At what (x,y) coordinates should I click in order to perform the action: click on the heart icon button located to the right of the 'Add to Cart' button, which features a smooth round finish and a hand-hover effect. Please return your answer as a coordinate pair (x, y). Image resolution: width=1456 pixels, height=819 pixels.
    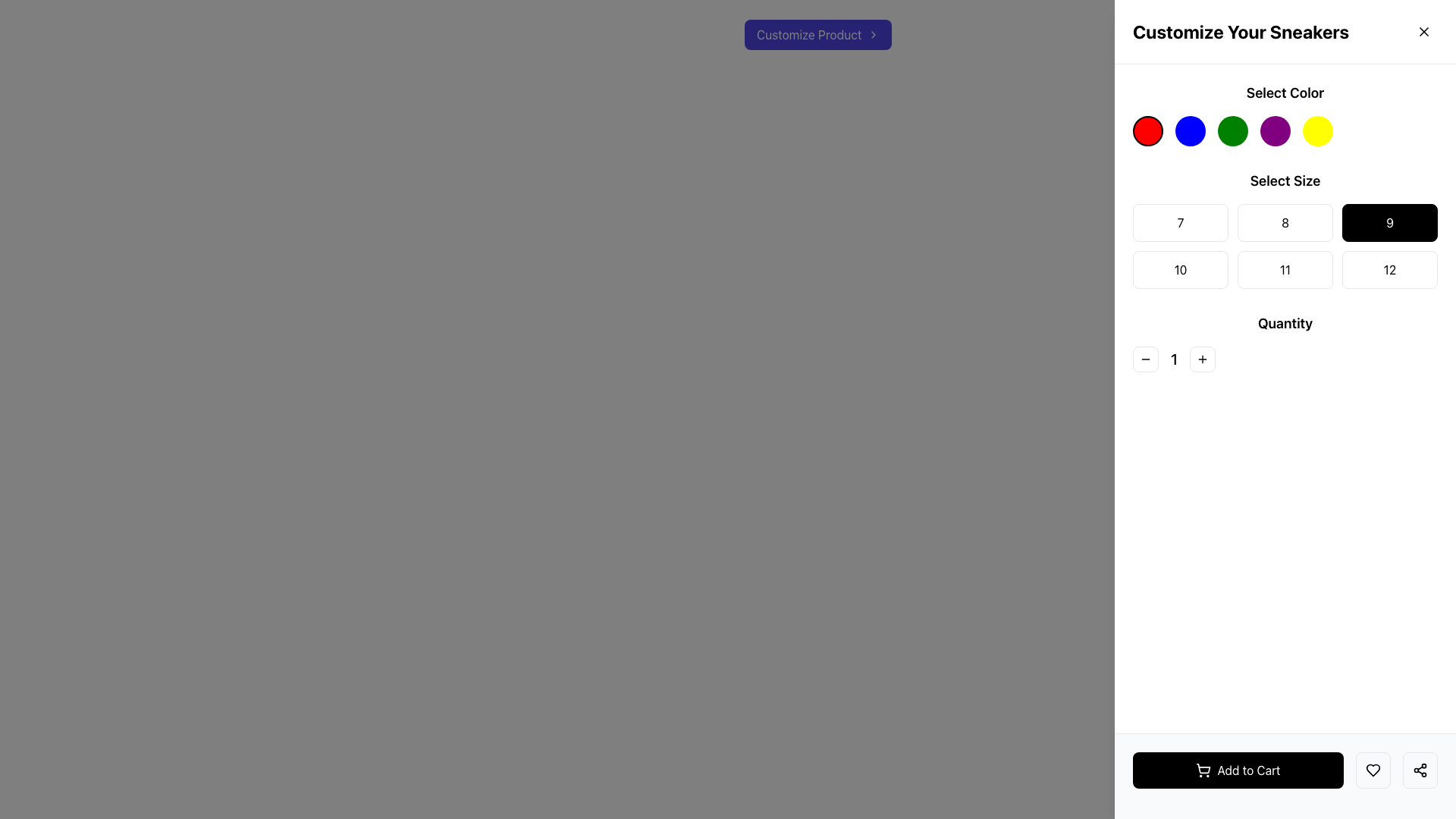
    Looking at the image, I should click on (1373, 770).